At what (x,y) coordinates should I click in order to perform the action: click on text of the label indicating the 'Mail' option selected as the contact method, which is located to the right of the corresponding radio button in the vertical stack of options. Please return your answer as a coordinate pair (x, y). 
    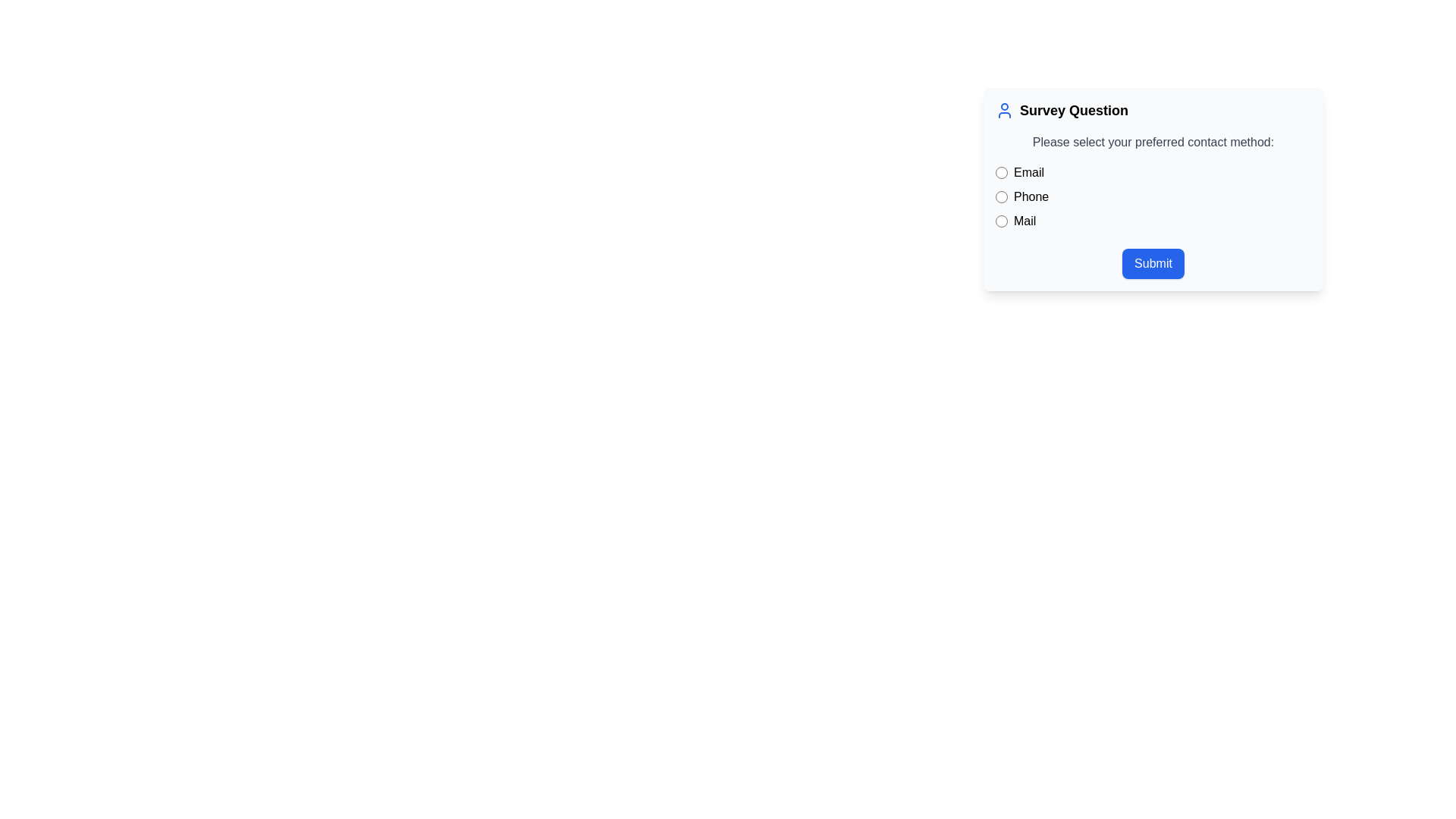
    Looking at the image, I should click on (1025, 221).